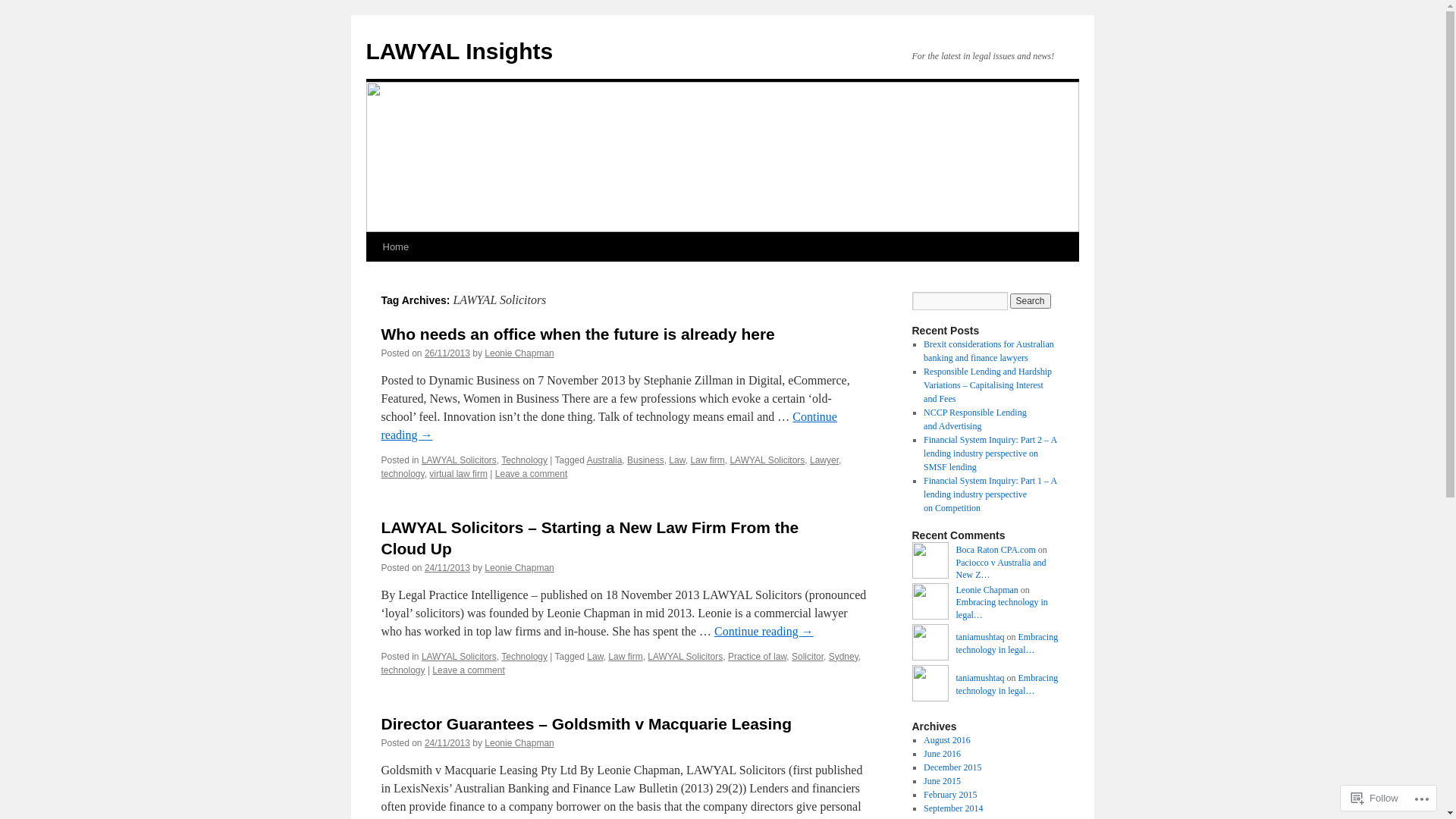 This screenshot has height=819, width=1456. Describe the element at coordinates (954, 550) in the screenshot. I see `'Boca Raton CPA.com'` at that location.